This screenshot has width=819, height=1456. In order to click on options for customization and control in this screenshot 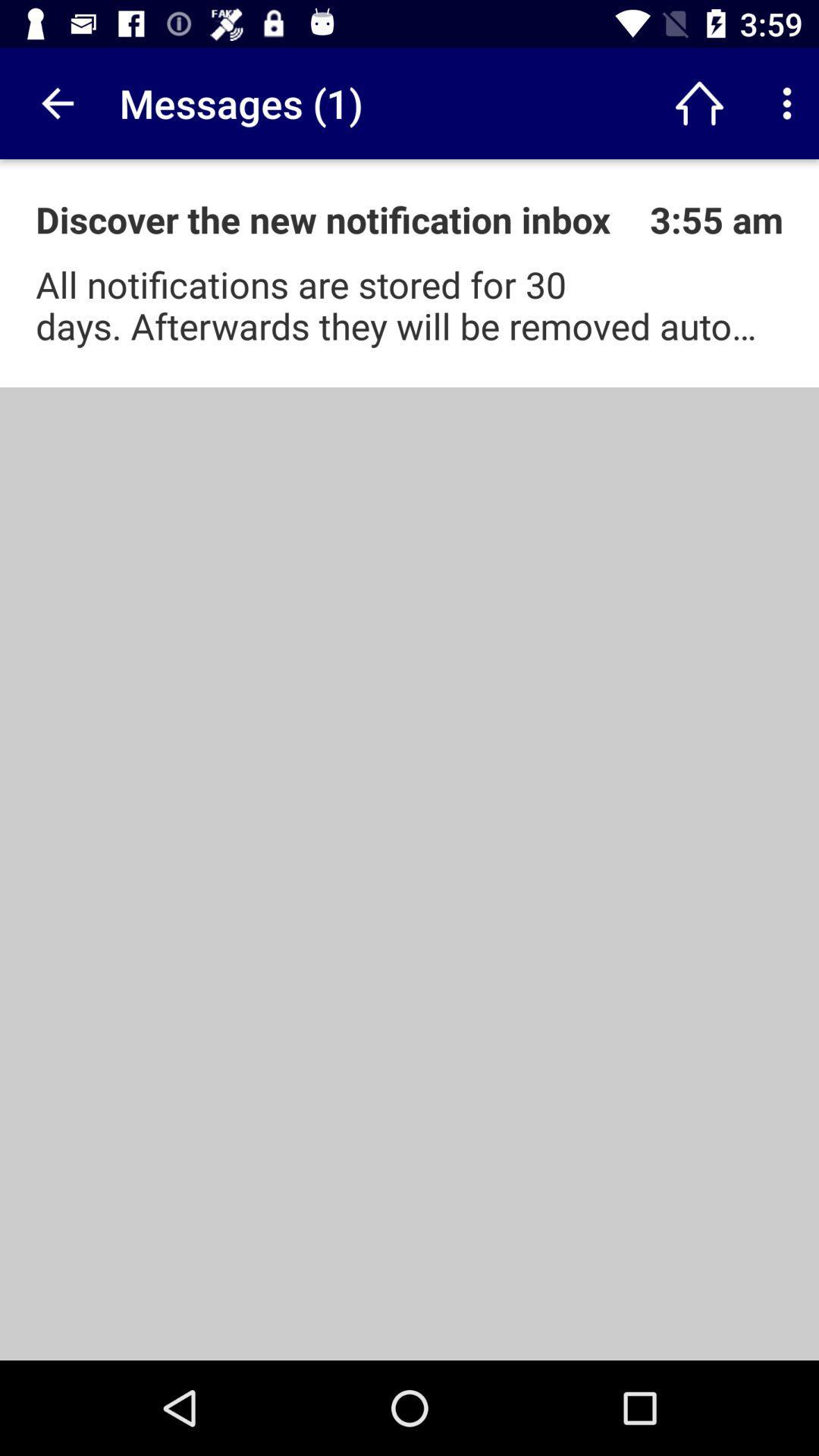, I will do `click(786, 102)`.